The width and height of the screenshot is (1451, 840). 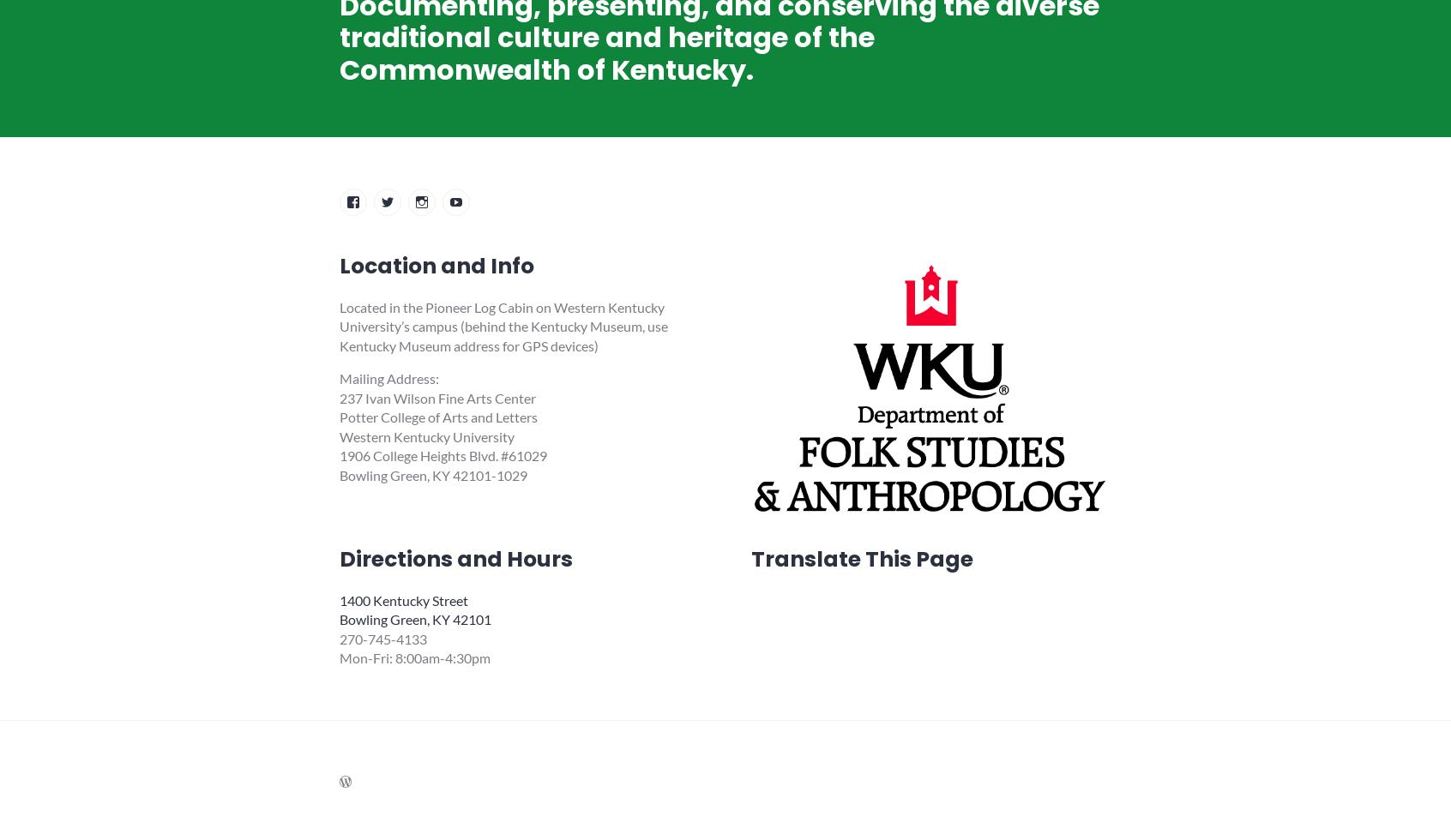 I want to click on '270-745-4133', so click(x=339, y=638).